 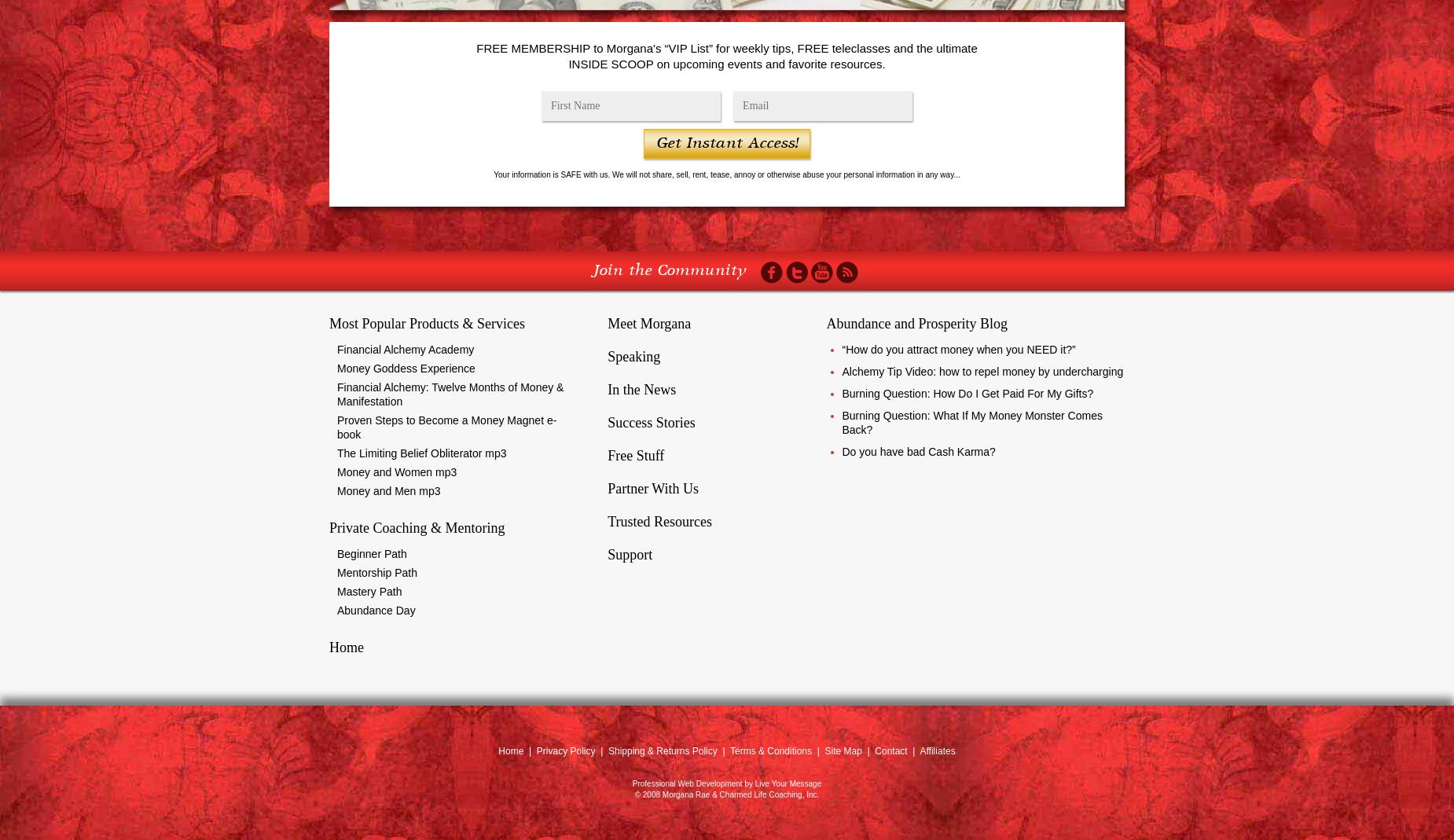 I want to click on 'Money and Women mp3', so click(x=336, y=471).